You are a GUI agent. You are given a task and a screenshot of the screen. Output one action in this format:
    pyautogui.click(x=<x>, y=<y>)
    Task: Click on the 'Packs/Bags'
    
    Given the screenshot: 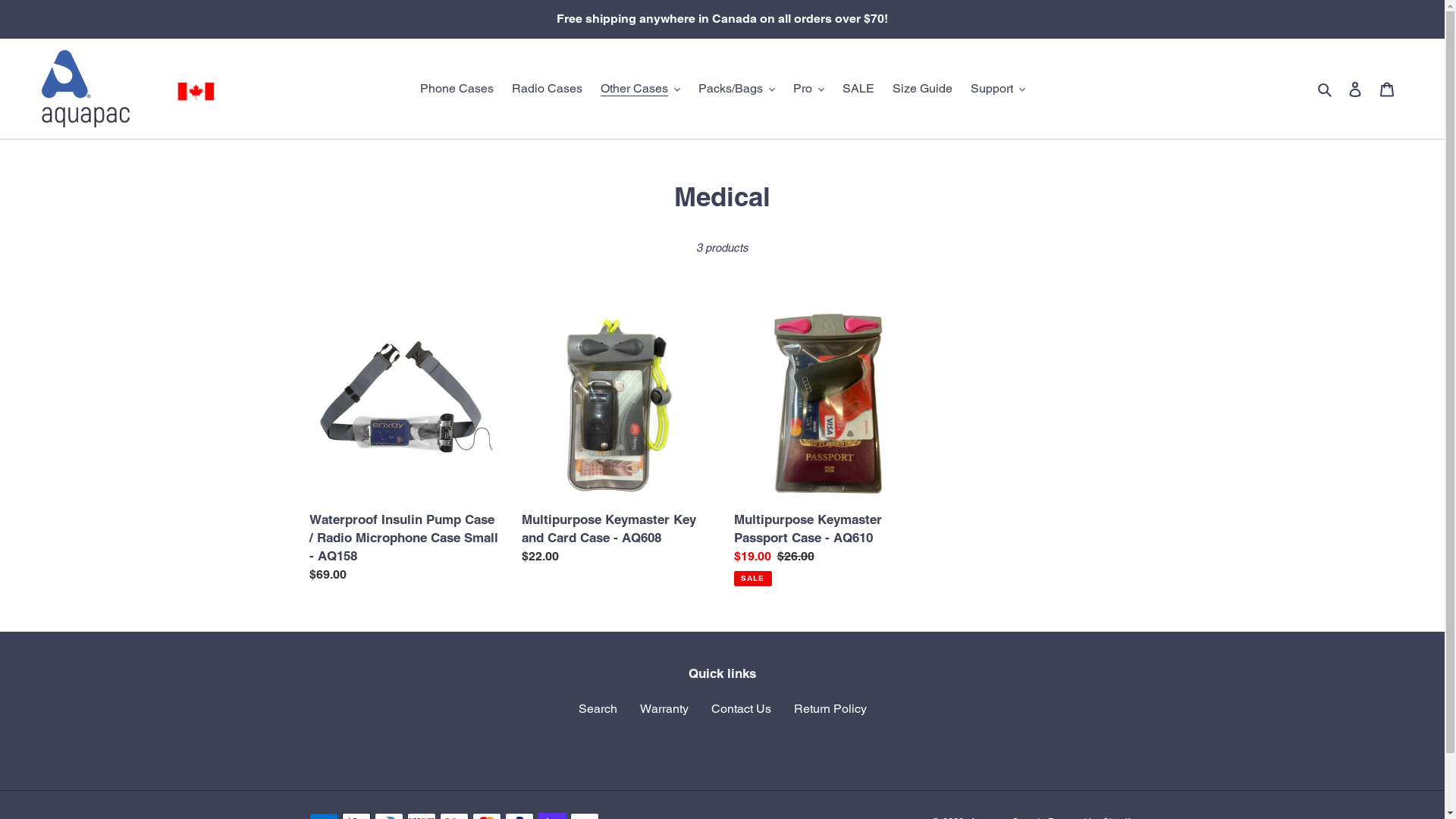 What is the action you would take?
    pyautogui.click(x=689, y=88)
    